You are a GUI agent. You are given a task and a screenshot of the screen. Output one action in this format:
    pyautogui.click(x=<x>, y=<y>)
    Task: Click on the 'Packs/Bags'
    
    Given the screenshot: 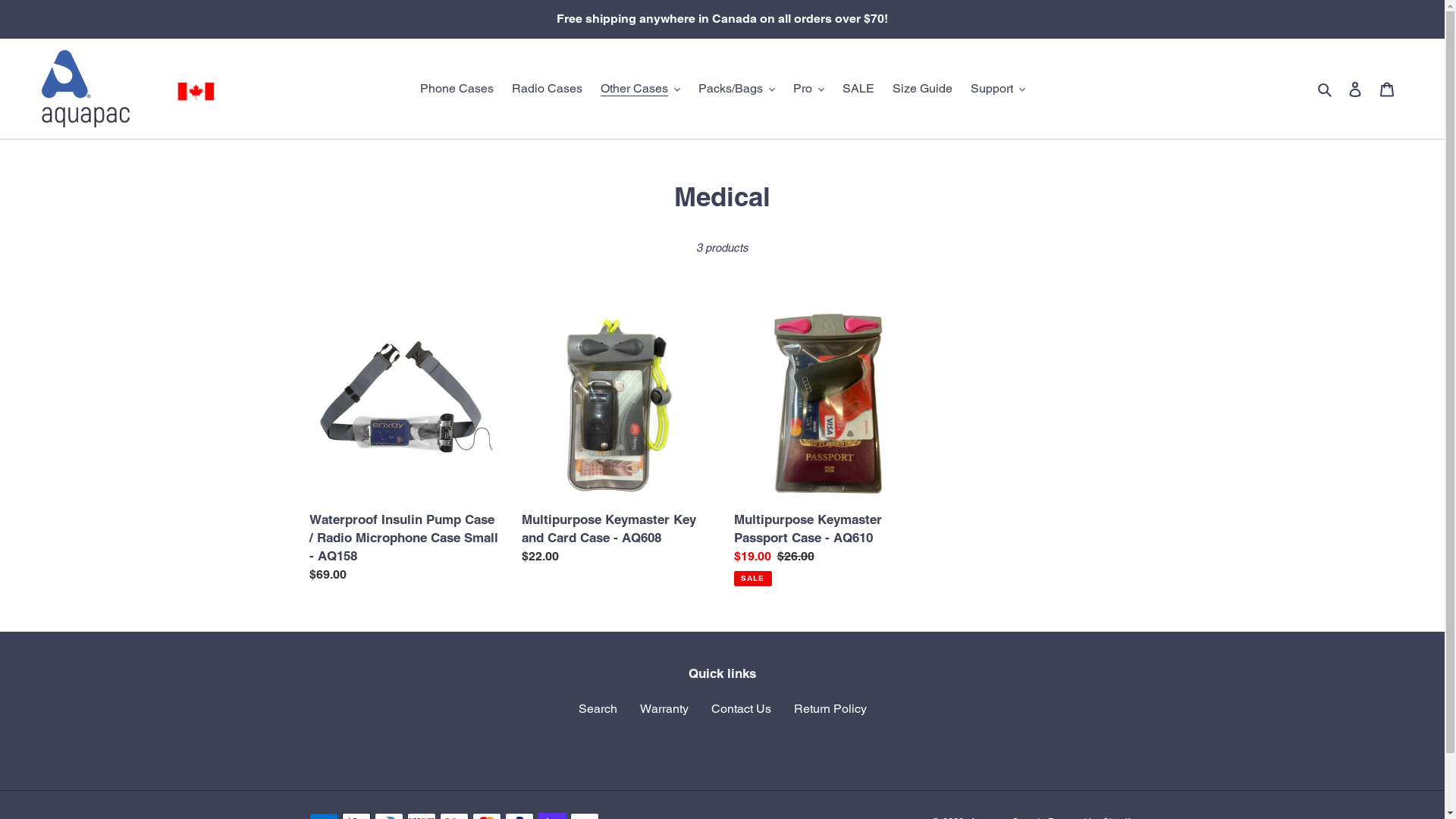 What is the action you would take?
    pyautogui.click(x=689, y=88)
    